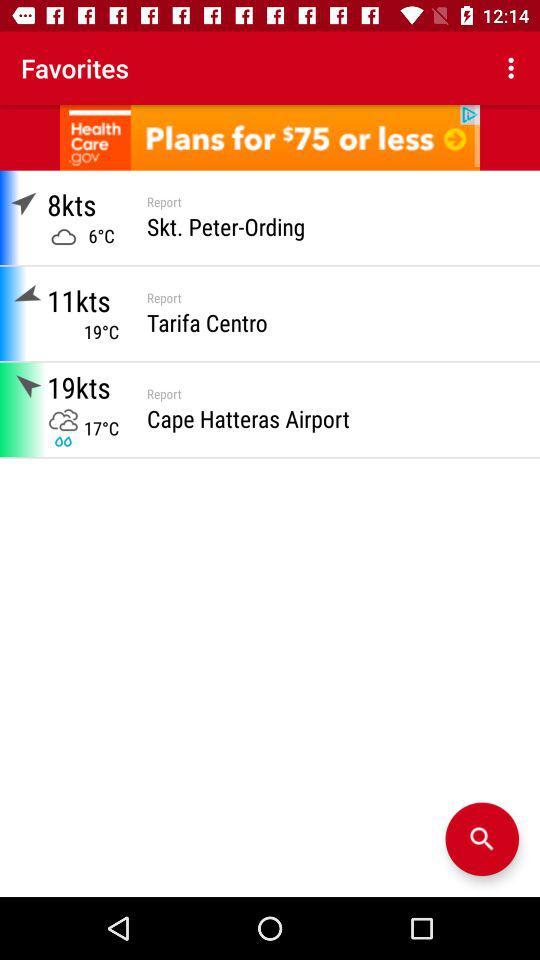 The image size is (540, 960). I want to click on red color circle, so click(481, 839).